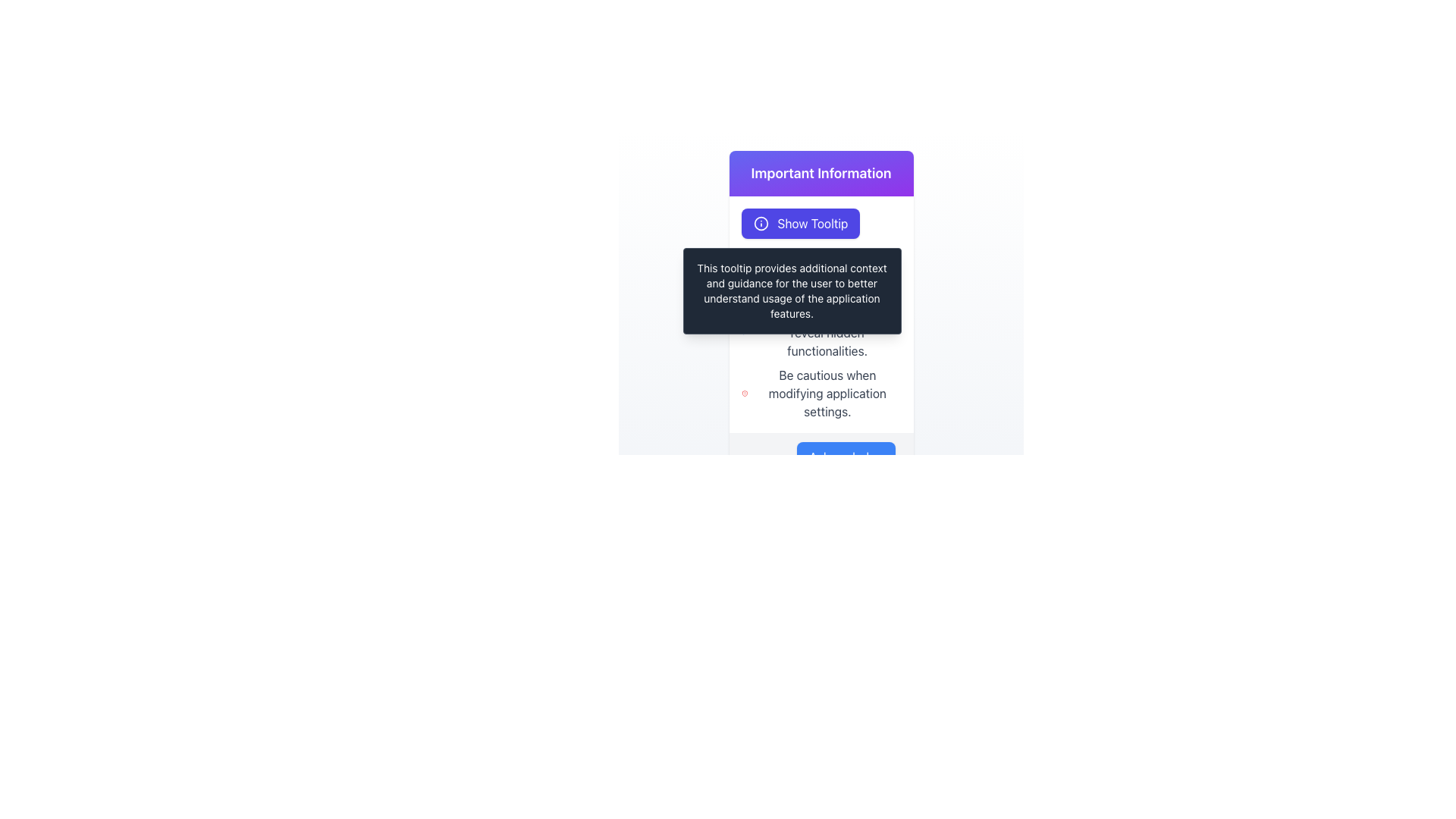 Image resolution: width=1456 pixels, height=819 pixels. Describe the element at coordinates (744, 393) in the screenshot. I see `the warning icon located to the left of the text 'Be cautious when modifying application settings'` at that location.